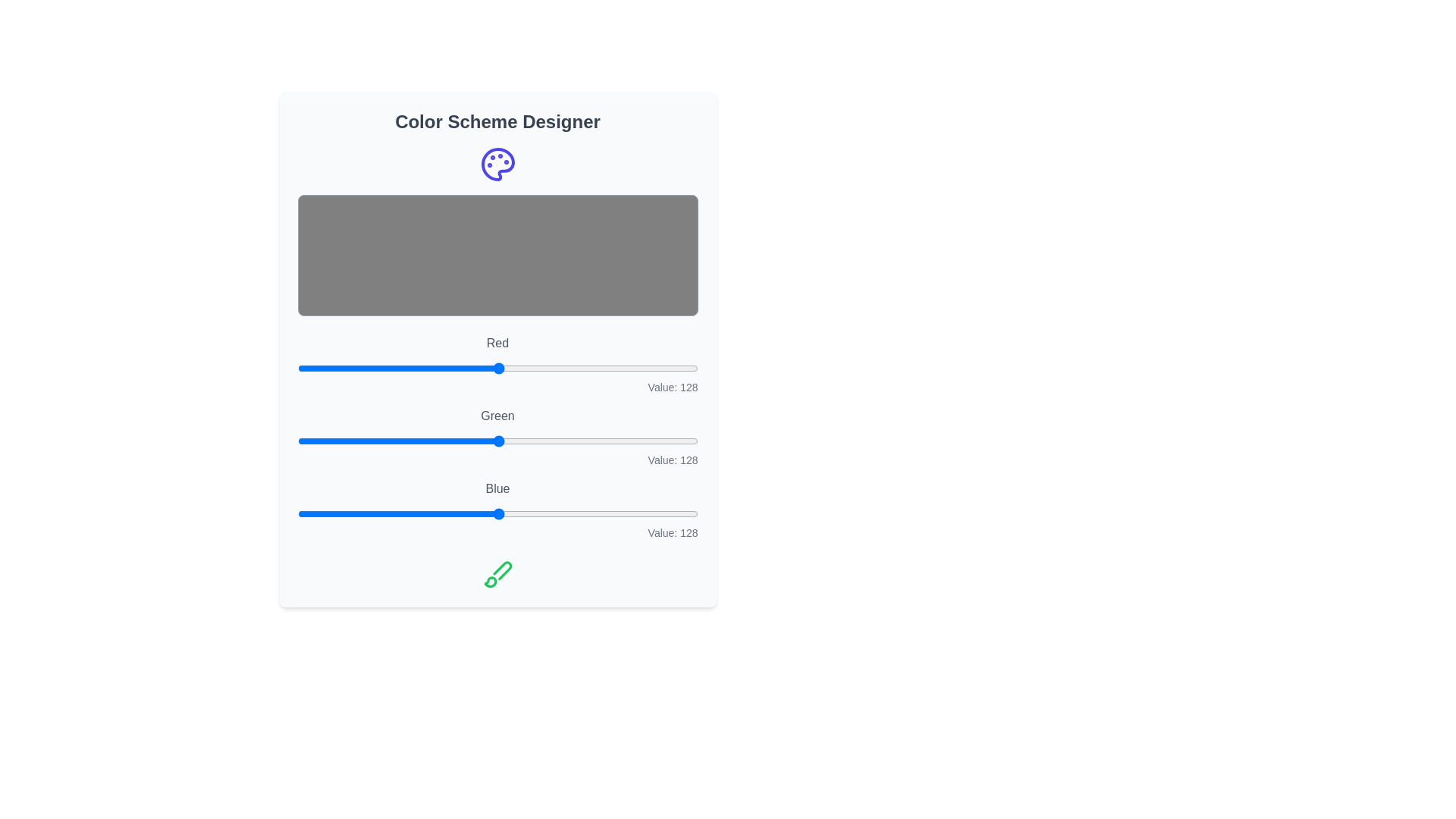 This screenshot has width=1456, height=819. What do you see at coordinates (633, 441) in the screenshot?
I see `the slider` at bounding box center [633, 441].